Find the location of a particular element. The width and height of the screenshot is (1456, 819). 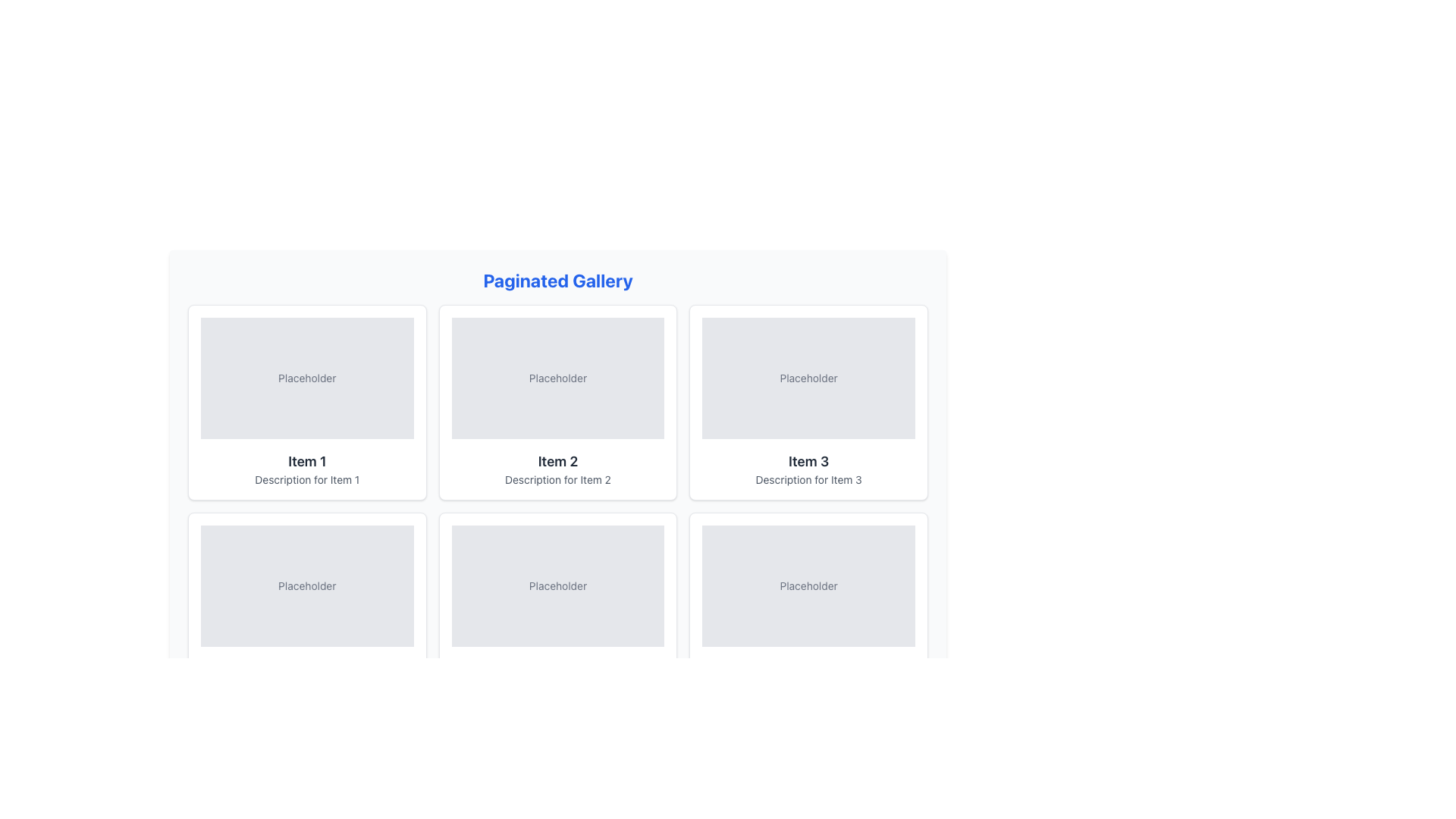

the first Card component in the grid layout for accessibility is located at coordinates (306, 402).